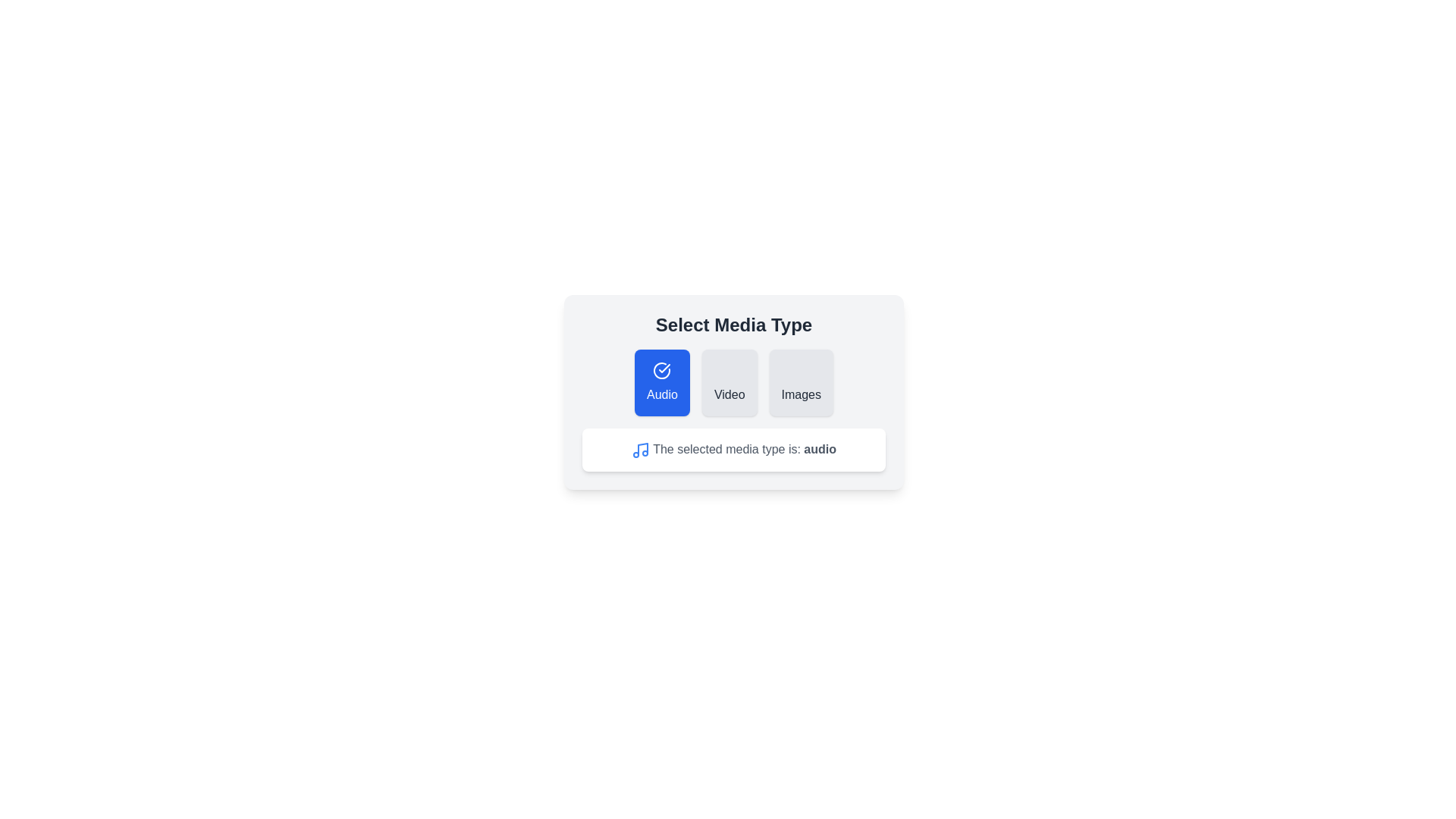 The image size is (1456, 819). I want to click on the second button labeled 'Video', so click(730, 382).